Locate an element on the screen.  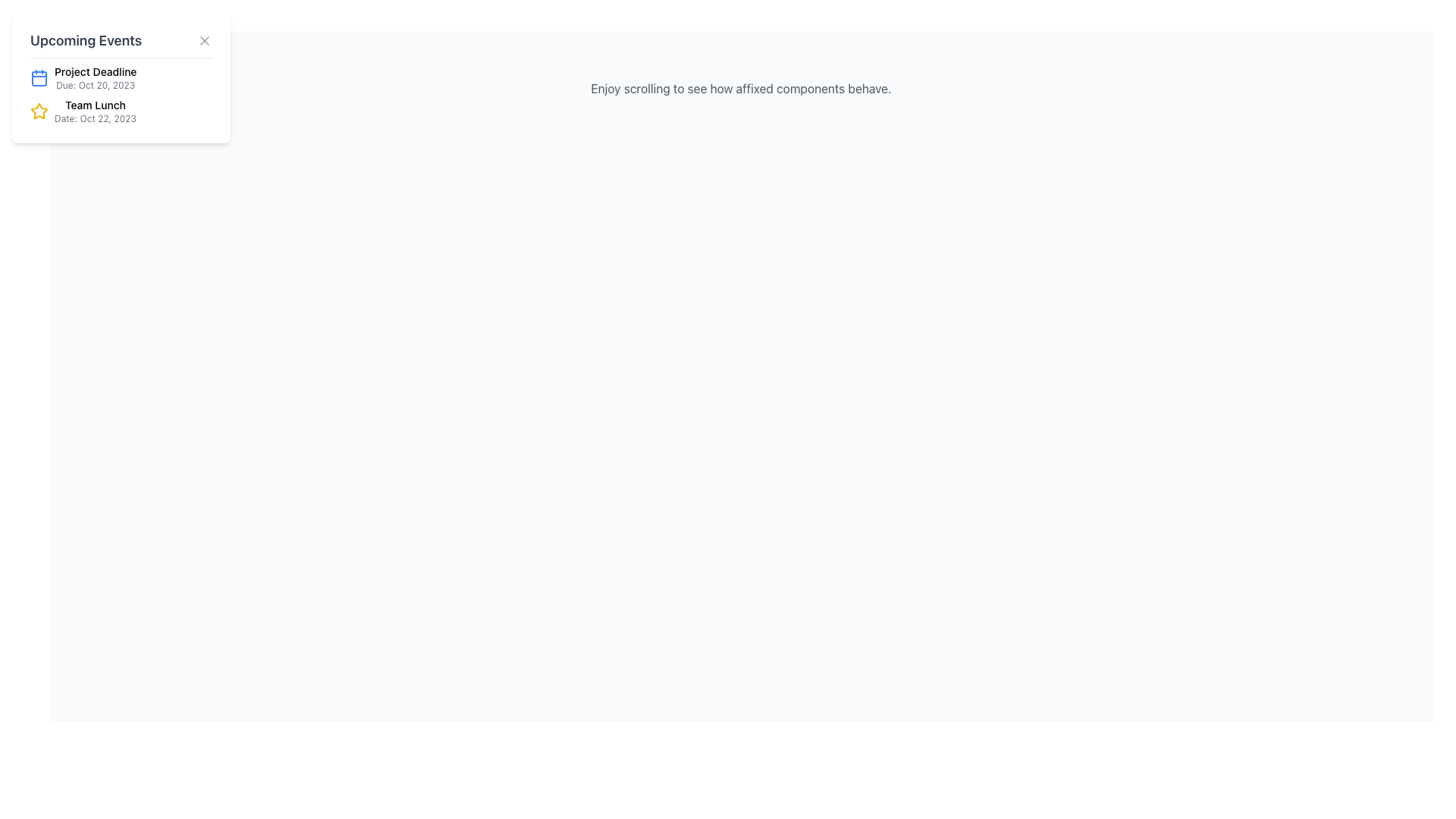
the text element that displays 'Enjoy scrolling to see how affixed components behave.' centered on a white background is located at coordinates (741, 88).